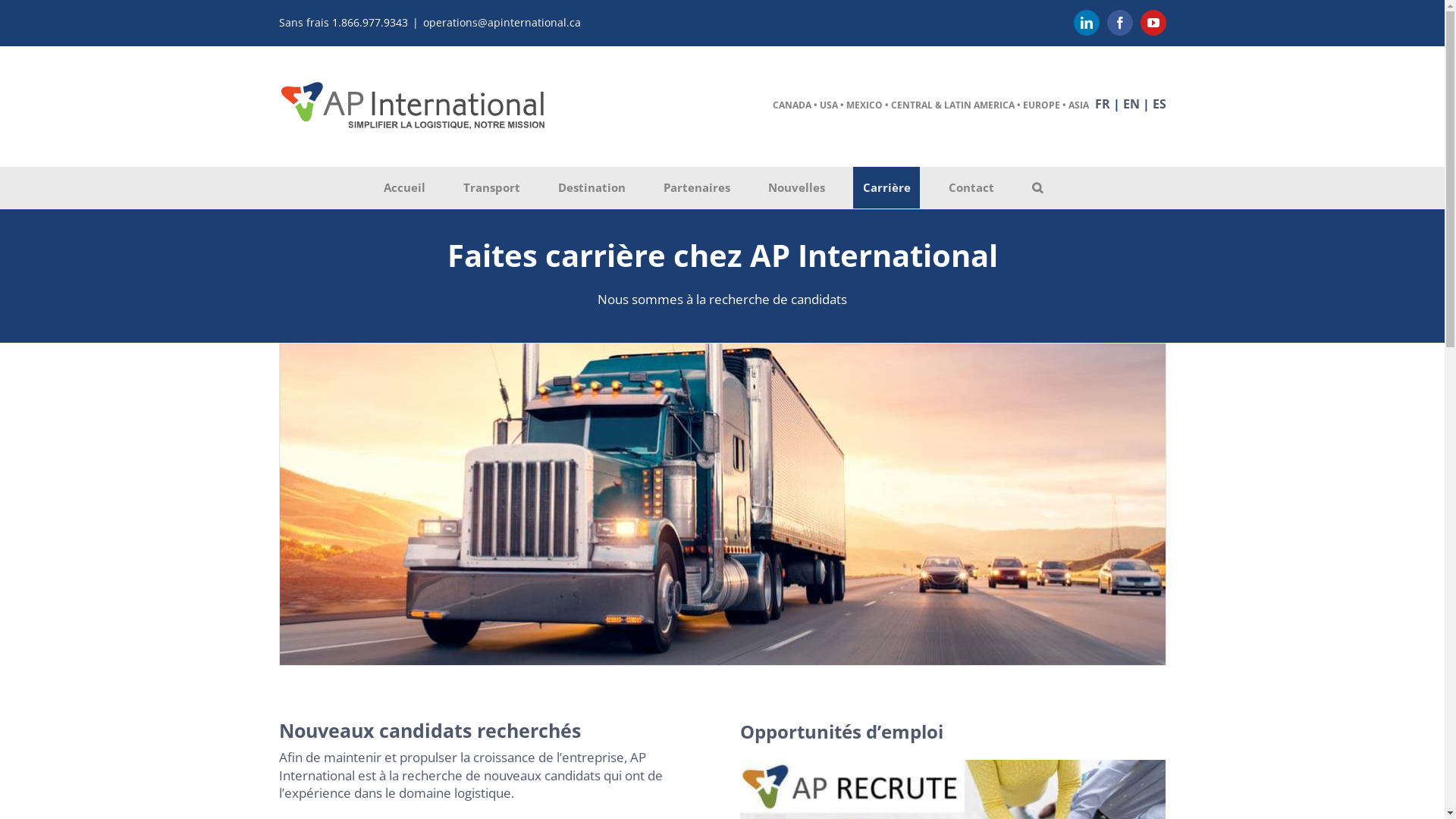  What do you see at coordinates (1131, 103) in the screenshot?
I see `'EN'` at bounding box center [1131, 103].